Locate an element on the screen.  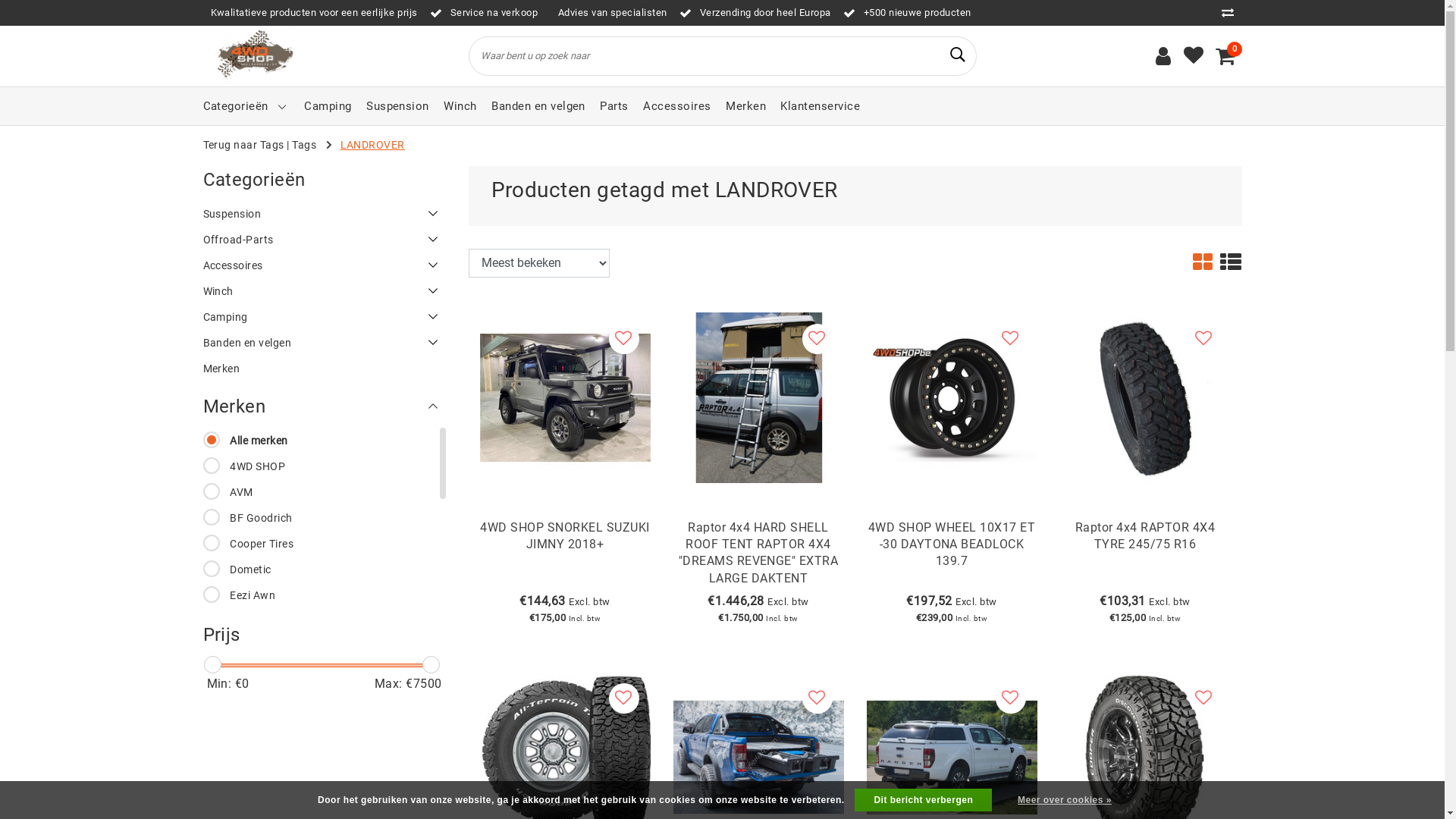
'DECKED bed storage systems - Ford Ranger (2012 -)' is located at coordinates (758, 755).